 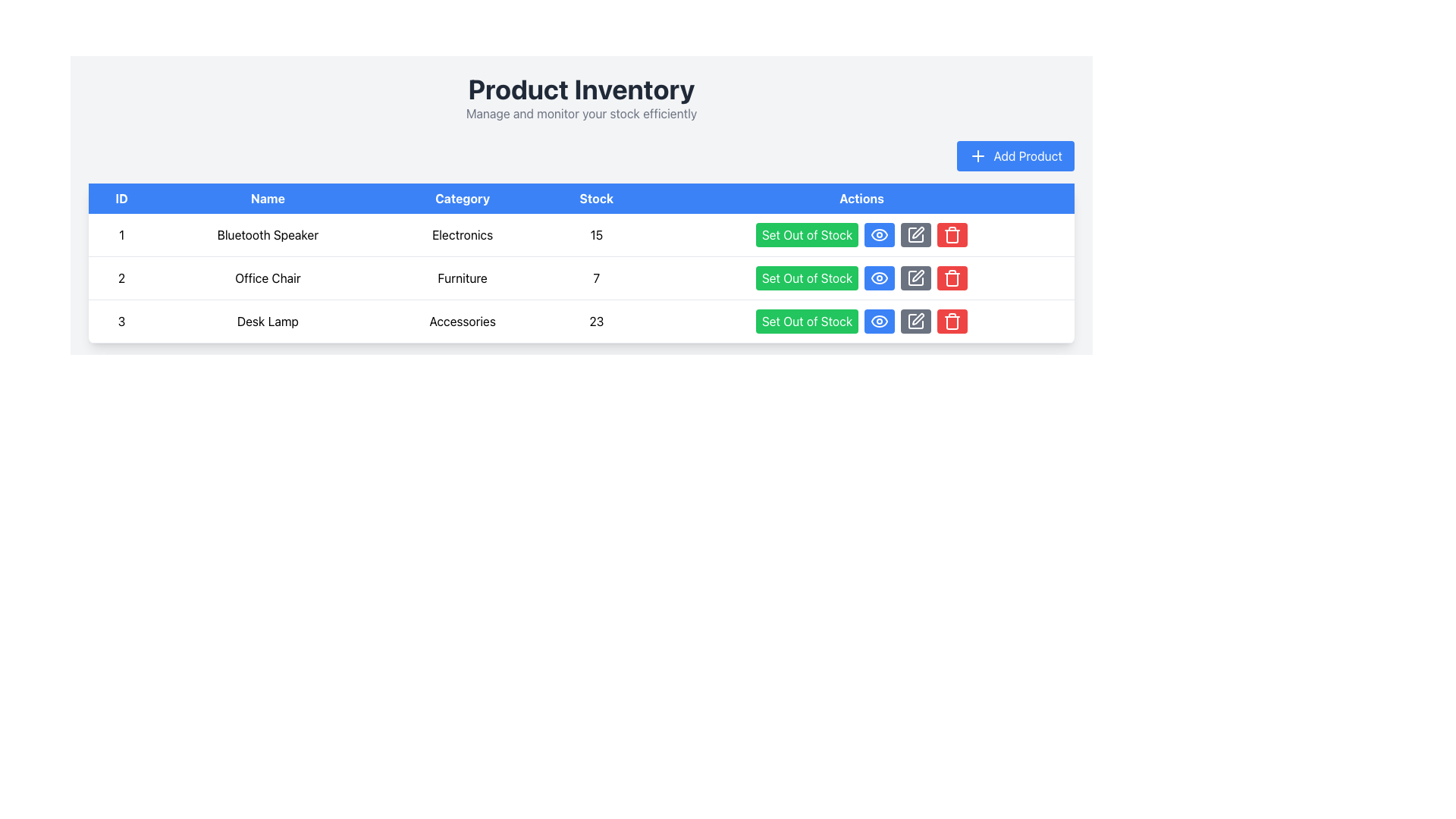 I want to click on the gray square button with a white pencil icon, so click(x=915, y=234).